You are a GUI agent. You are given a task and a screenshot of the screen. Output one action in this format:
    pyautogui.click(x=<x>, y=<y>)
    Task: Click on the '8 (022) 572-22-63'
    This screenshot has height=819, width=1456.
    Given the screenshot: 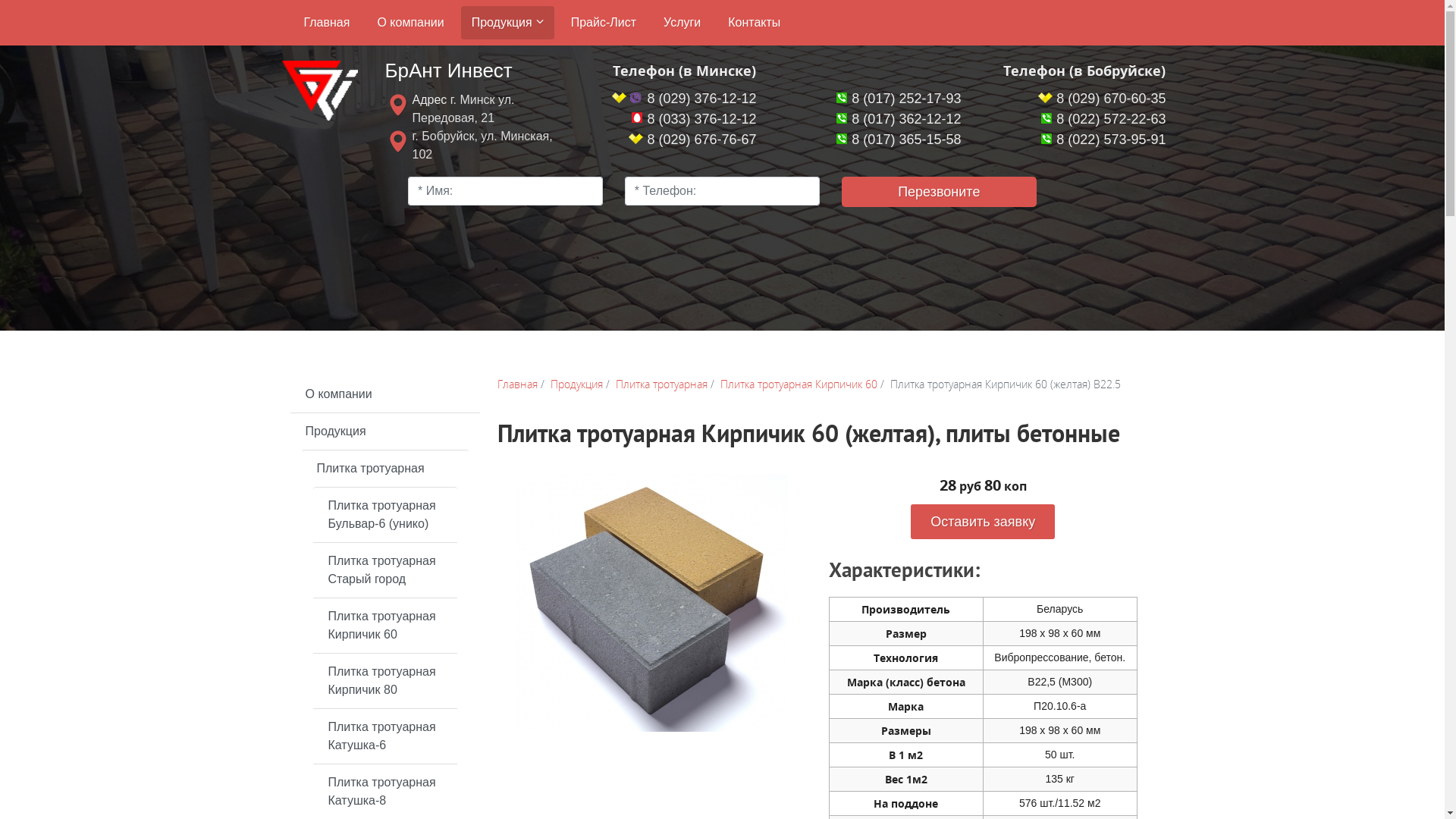 What is the action you would take?
    pyautogui.click(x=1103, y=118)
    